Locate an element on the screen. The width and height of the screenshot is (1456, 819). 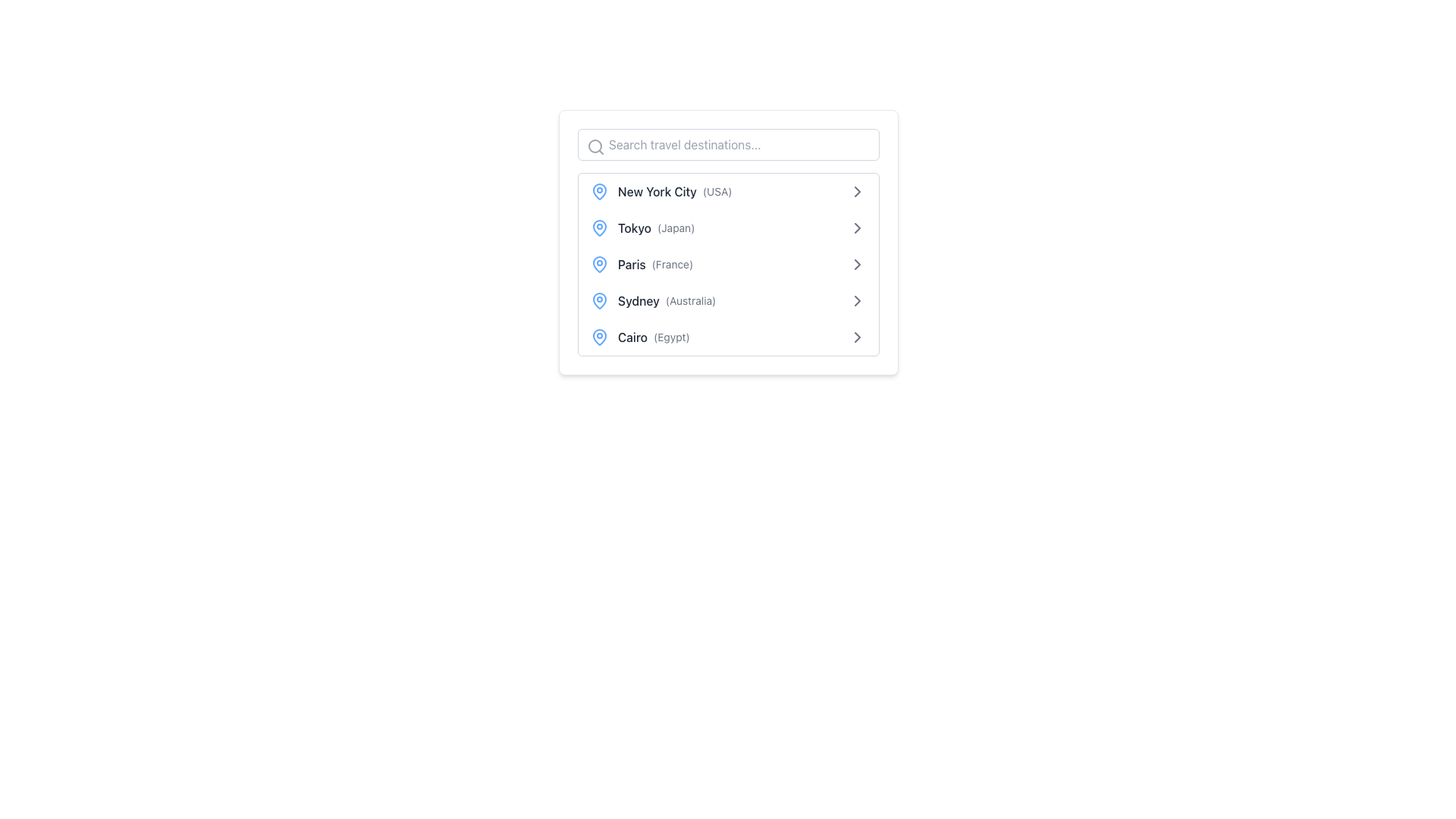
the Decorative Icon, which is a blue pin-shaped SVG element located adjacent to the 'Paris (France)' text in a vertical list of travel destinations is located at coordinates (599, 262).